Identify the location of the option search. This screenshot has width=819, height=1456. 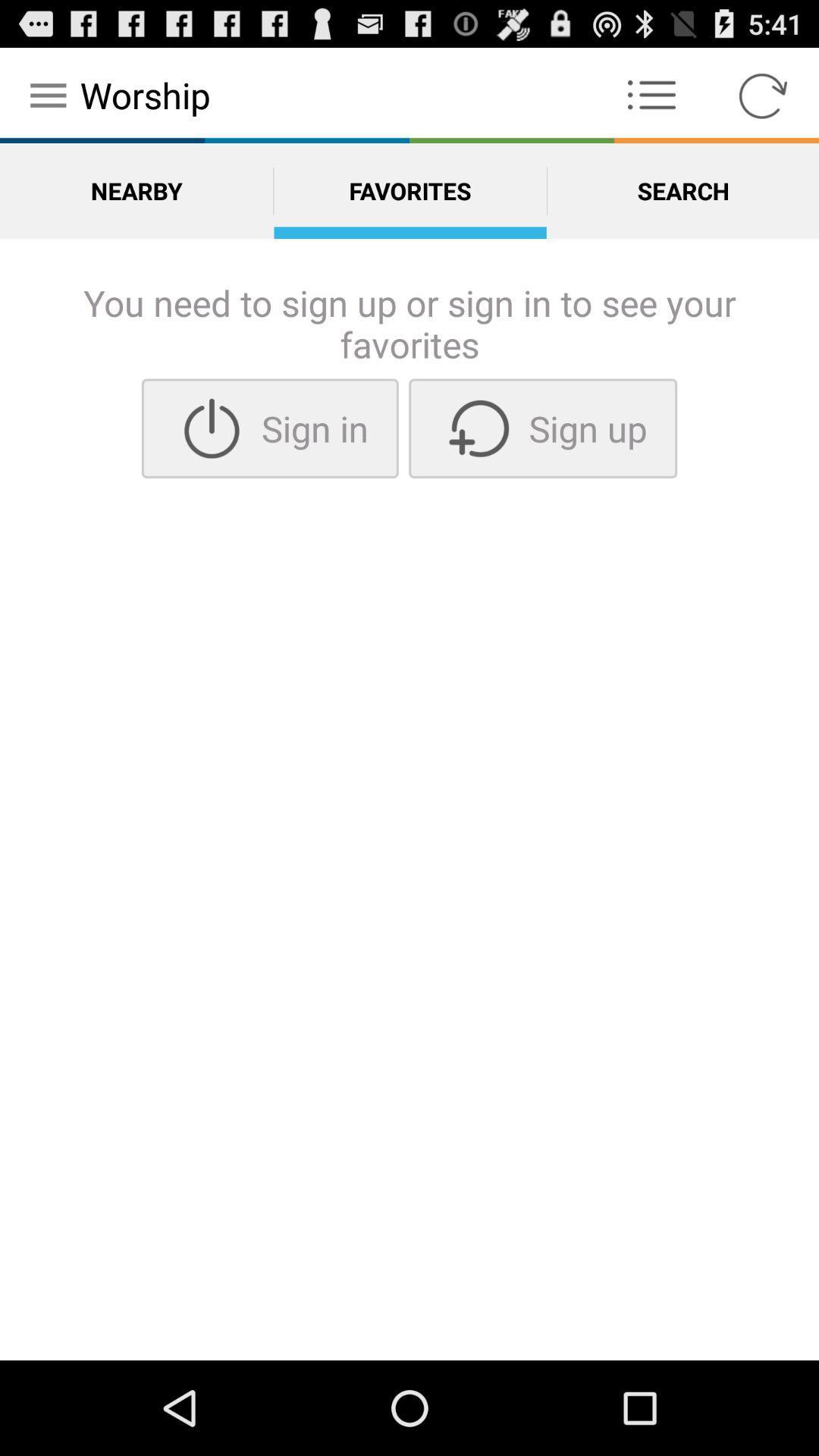
(683, 190).